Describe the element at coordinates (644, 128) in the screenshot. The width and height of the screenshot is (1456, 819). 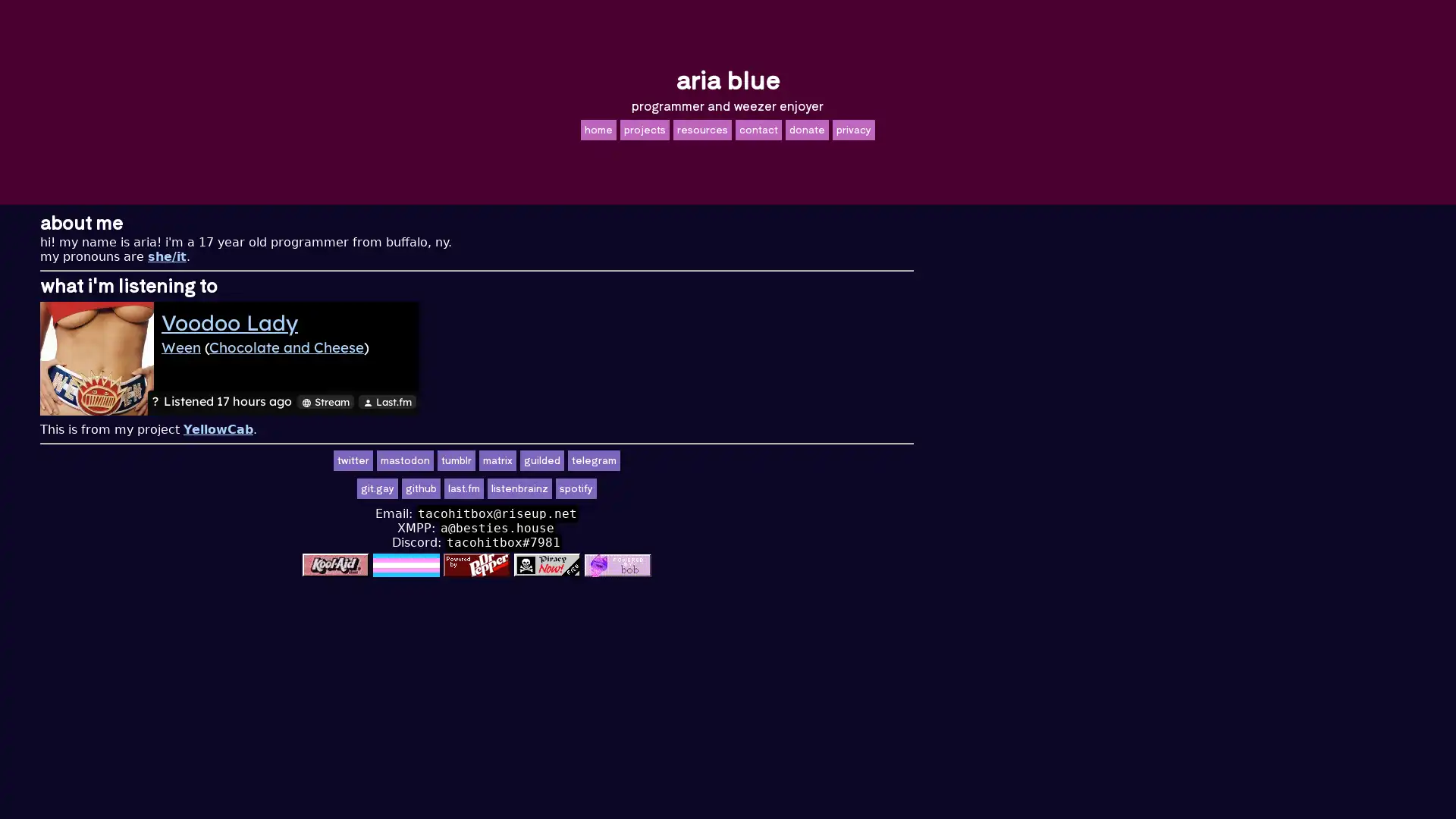
I see `projects` at that location.